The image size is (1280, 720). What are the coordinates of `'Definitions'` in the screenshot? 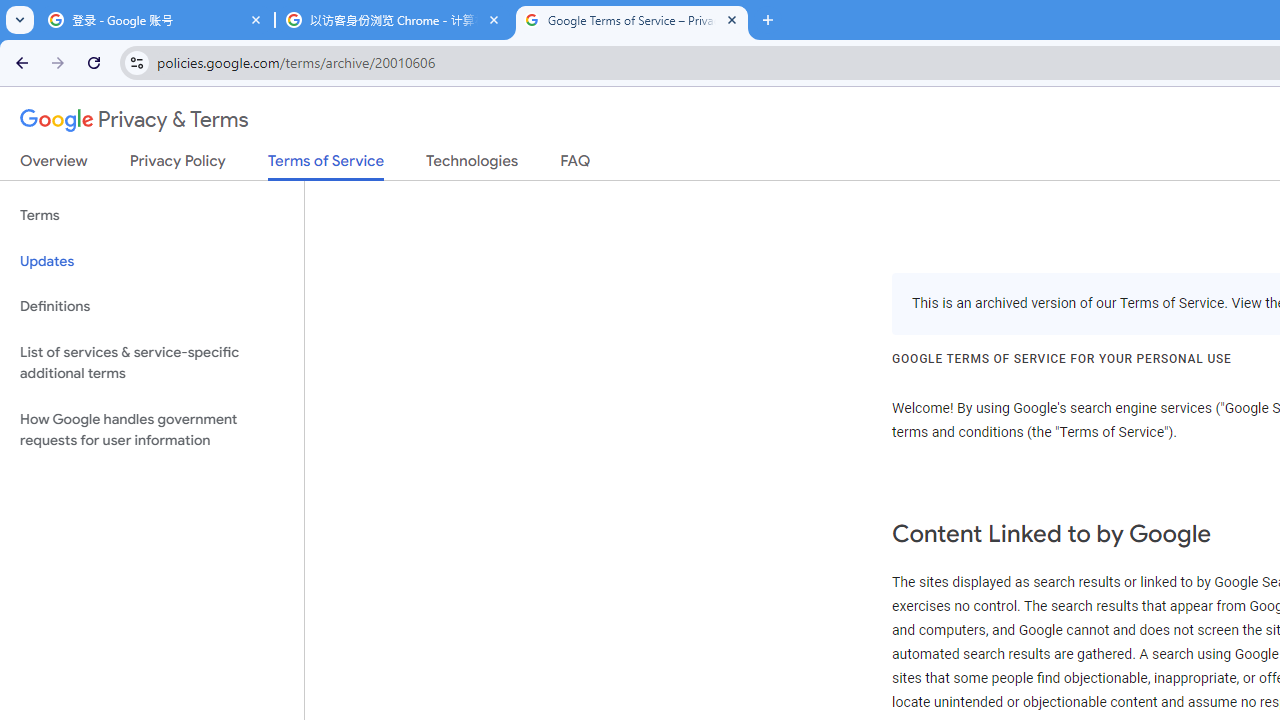 It's located at (151, 306).